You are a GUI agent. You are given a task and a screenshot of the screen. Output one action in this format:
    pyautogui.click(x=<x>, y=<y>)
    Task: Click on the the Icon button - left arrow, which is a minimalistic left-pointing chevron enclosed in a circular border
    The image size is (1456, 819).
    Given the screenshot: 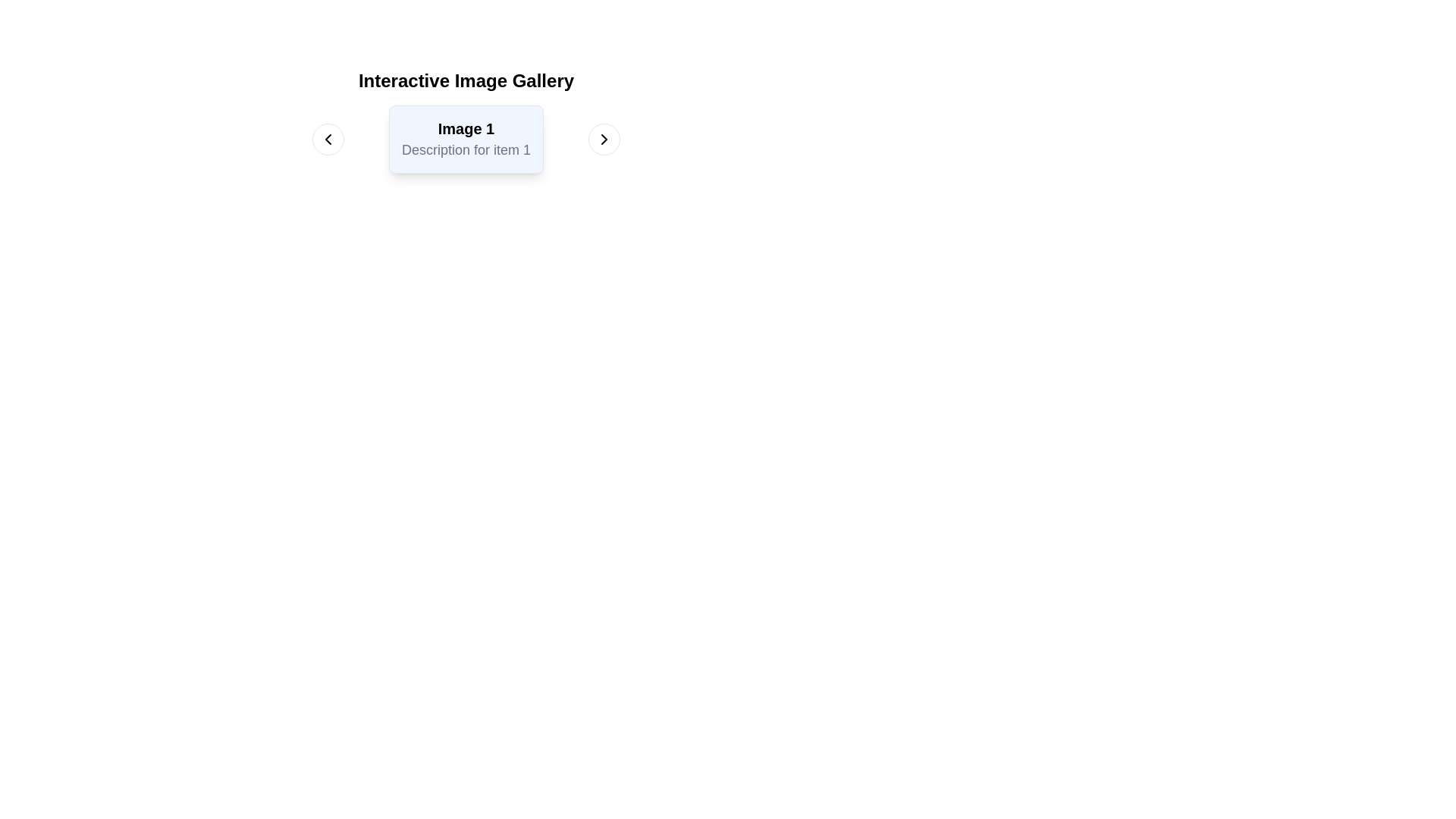 What is the action you would take?
    pyautogui.click(x=327, y=140)
    